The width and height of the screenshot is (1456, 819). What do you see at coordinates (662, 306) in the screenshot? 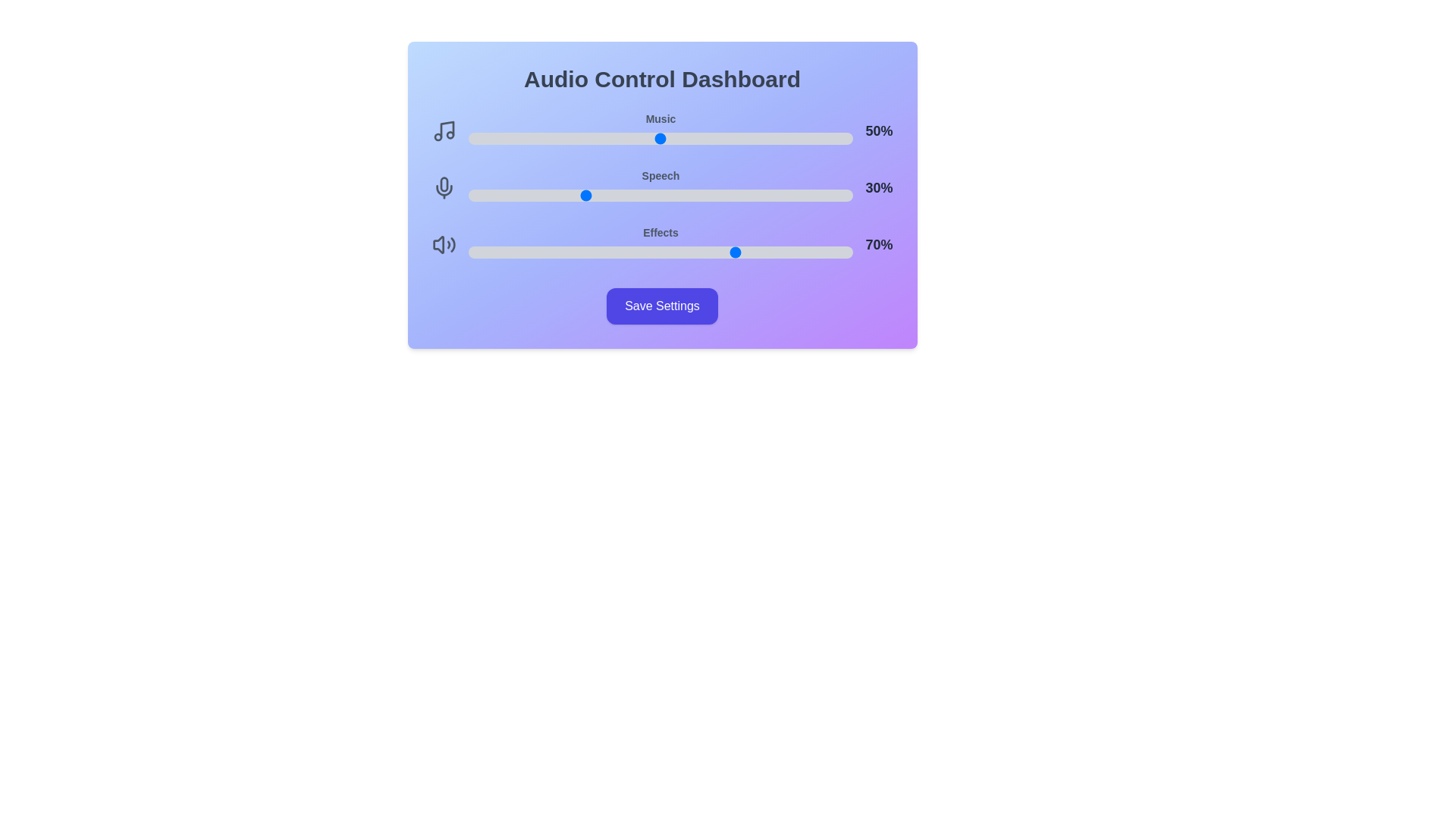
I see `the 'Save Settings' button` at bounding box center [662, 306].